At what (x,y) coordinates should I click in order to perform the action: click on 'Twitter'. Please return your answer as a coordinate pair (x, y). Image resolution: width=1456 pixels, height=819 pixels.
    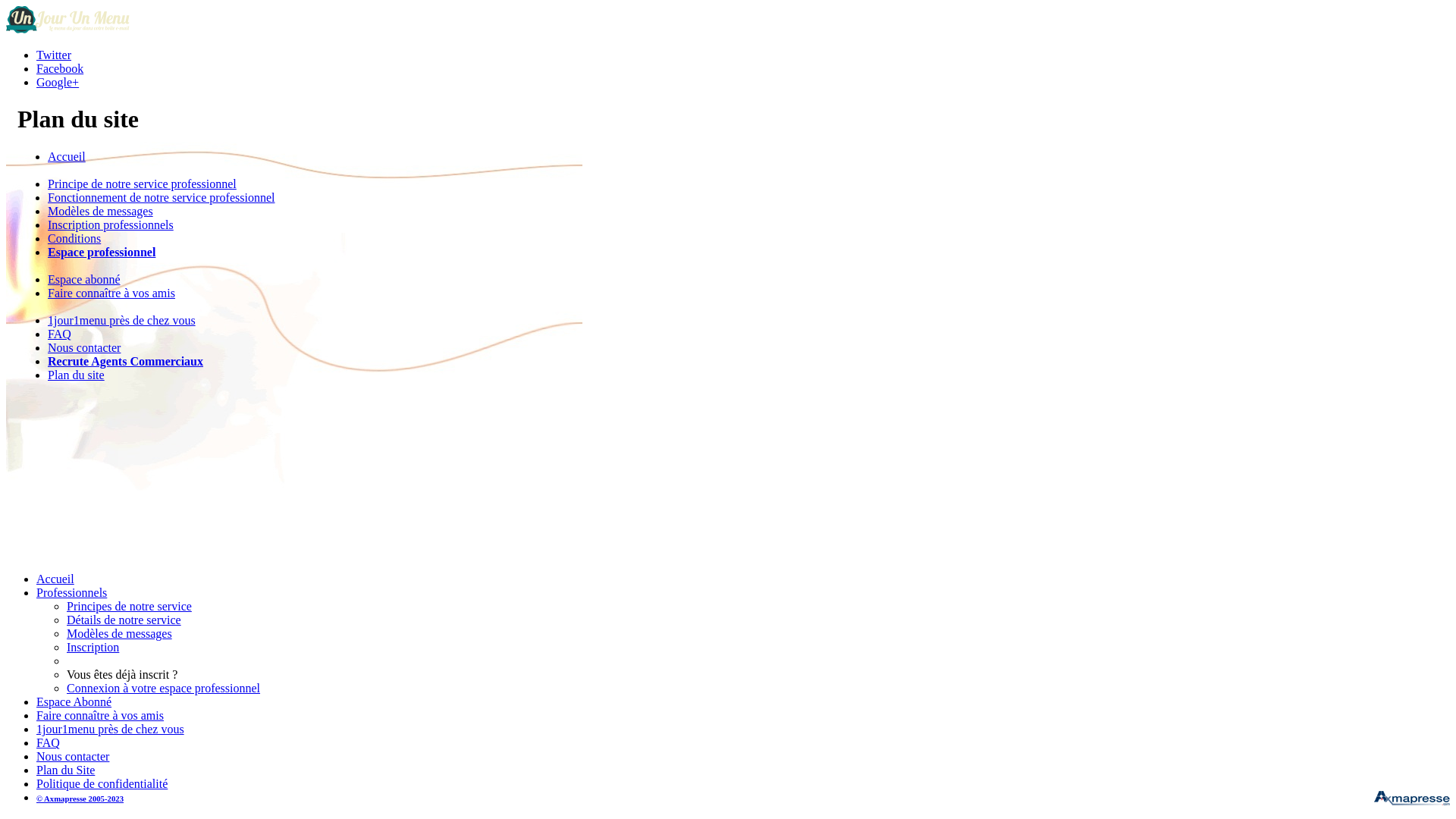
    Looking at the image, I should click on (36, 54).